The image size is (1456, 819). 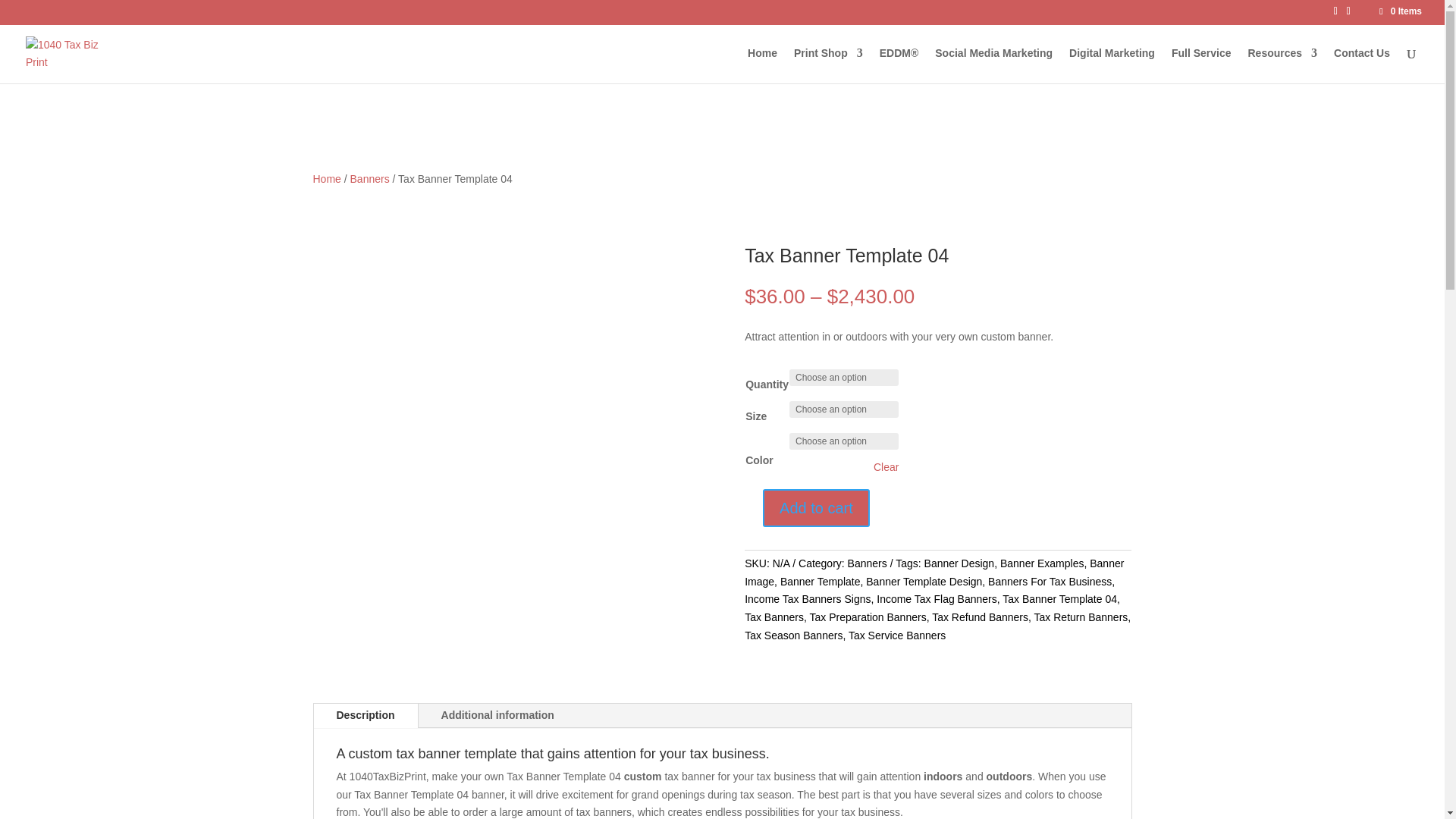 What do you see at coordinates (1041, 563) in the screenshot?
I see `'Banner Examples'` at bounding box center [1041, 563].